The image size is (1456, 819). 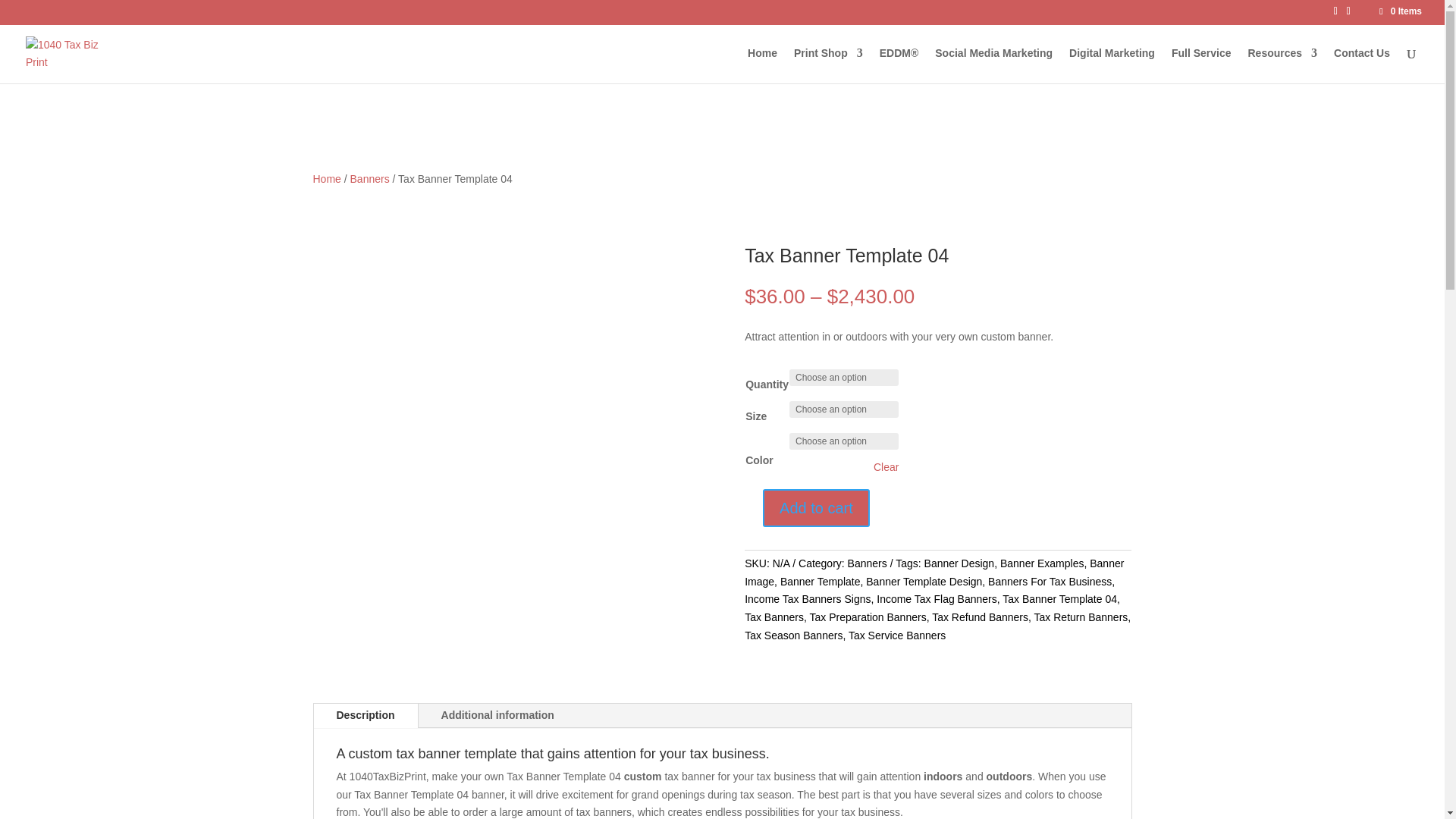 What do you see at coordinates (1041, 563) in the screenshot?
I see `'Banner Examples'` at bounding box center [1041, 563].